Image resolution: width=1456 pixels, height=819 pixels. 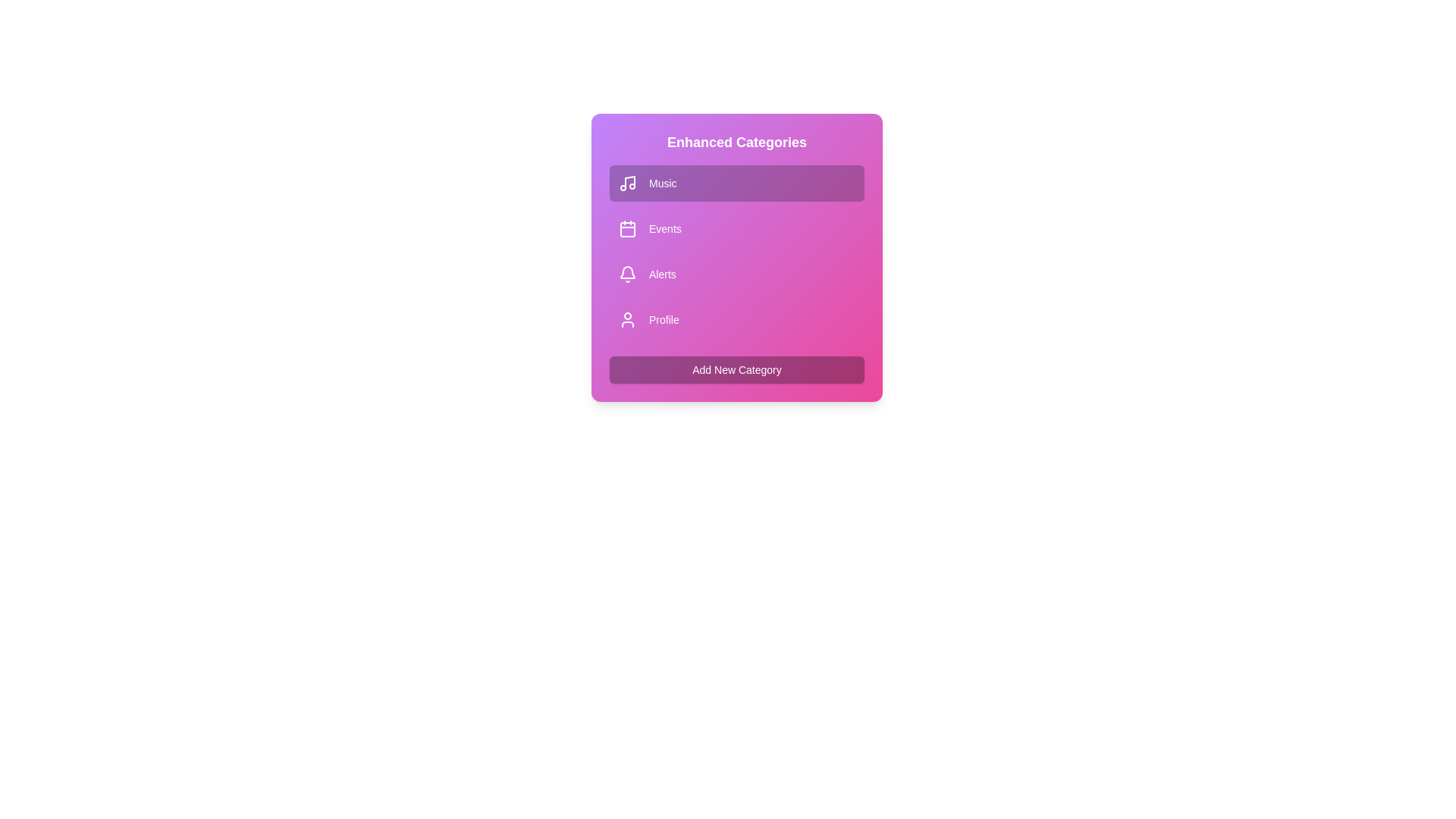 What do you see at coordinates (736, 318) in the screenshot?
I see `the category Profile to observe the hover effect` at bounding box center [736, 318].